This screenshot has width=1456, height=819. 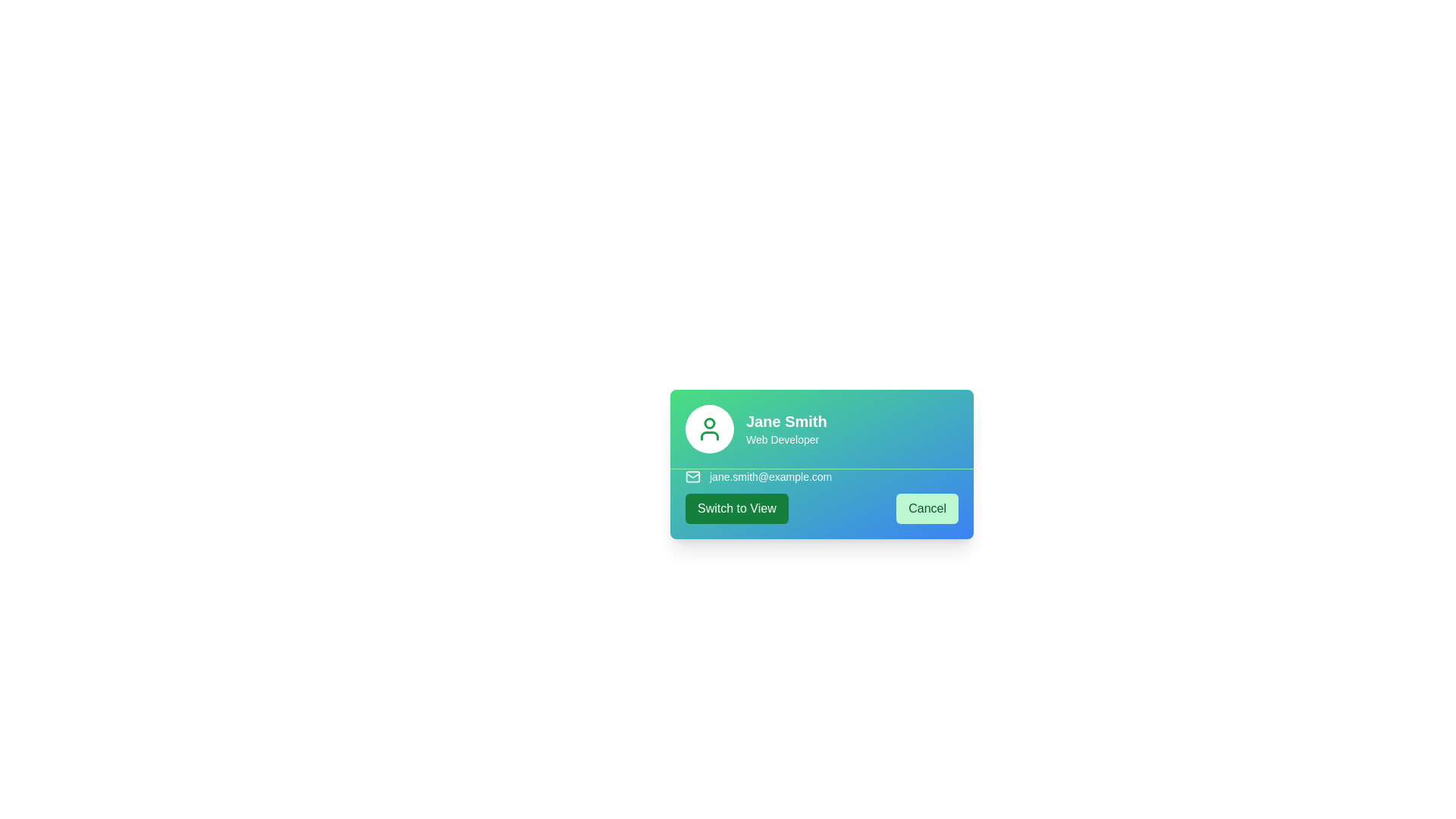 What do you see at coordinates (927, 509) in the screenshot?
I see `the 'Cancel' button, which is styled with a light green background and rounded corners` at bounding box center [927, 509].